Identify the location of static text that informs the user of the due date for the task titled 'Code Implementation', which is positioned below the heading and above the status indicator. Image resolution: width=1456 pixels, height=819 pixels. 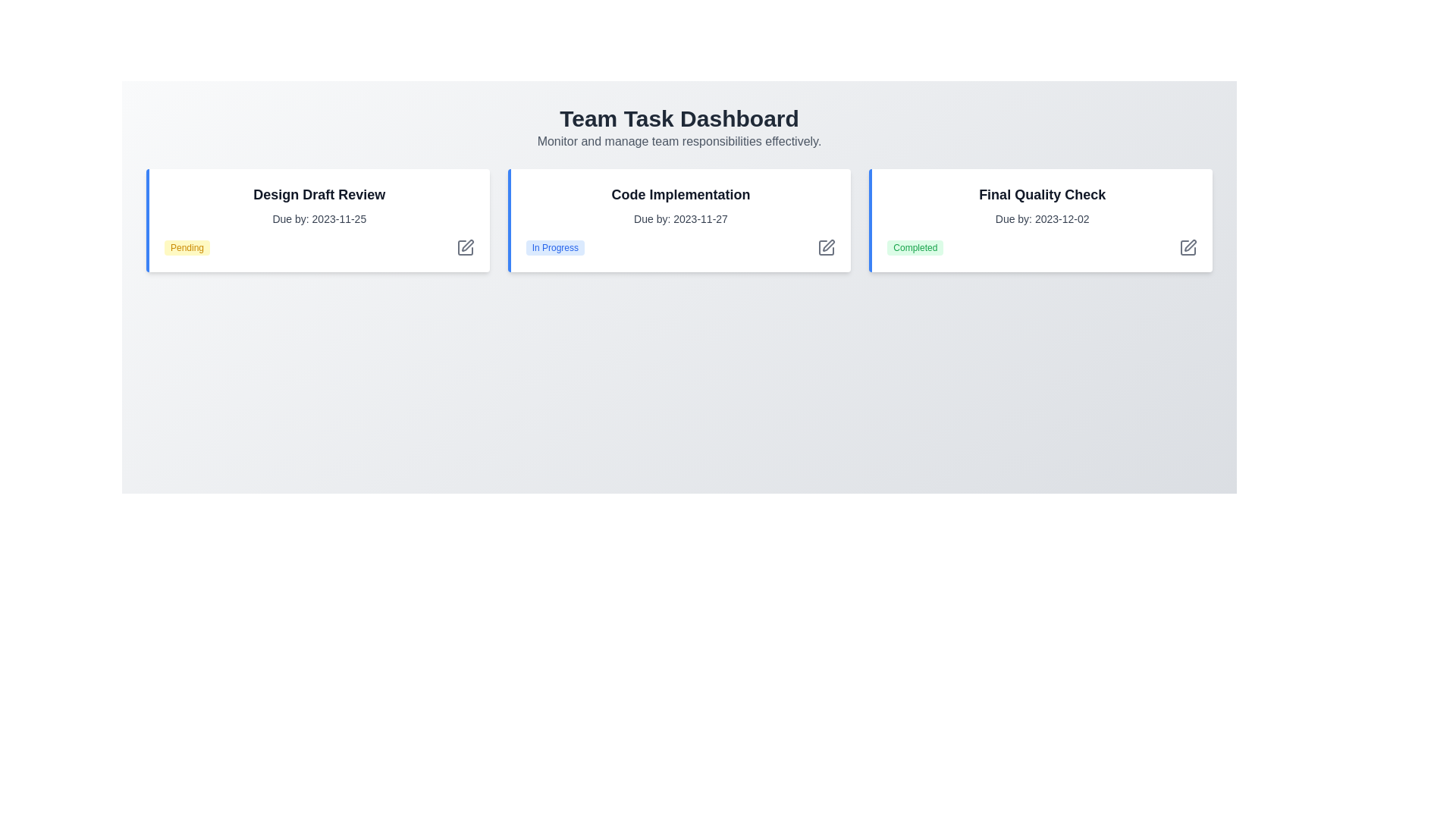
(679, 219).